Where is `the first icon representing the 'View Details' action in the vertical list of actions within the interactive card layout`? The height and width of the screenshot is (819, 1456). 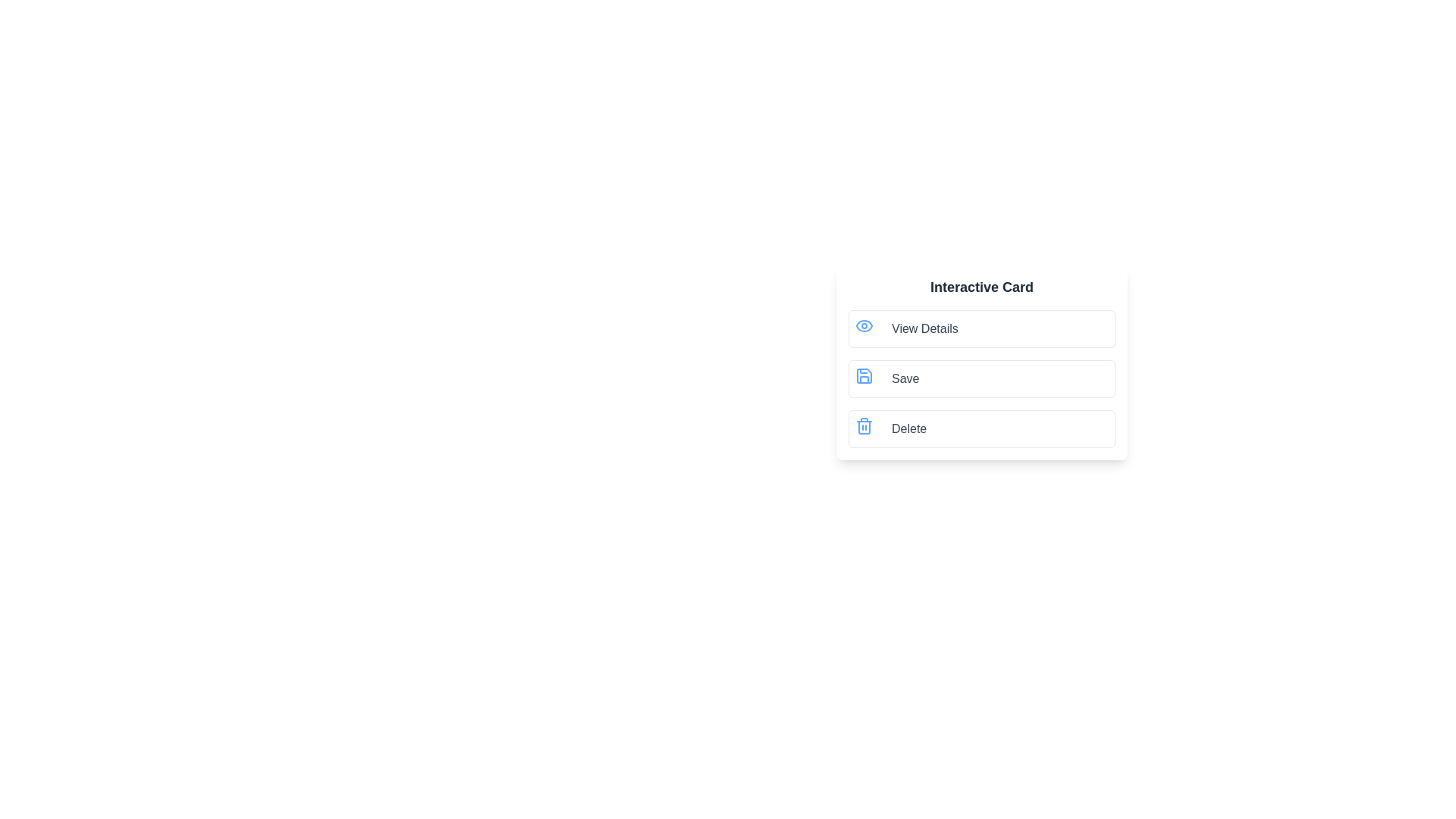 the first icon representing the 'View Details' action in the vertical list of actions within the interactive card layout is located at coordinates (864, 325).